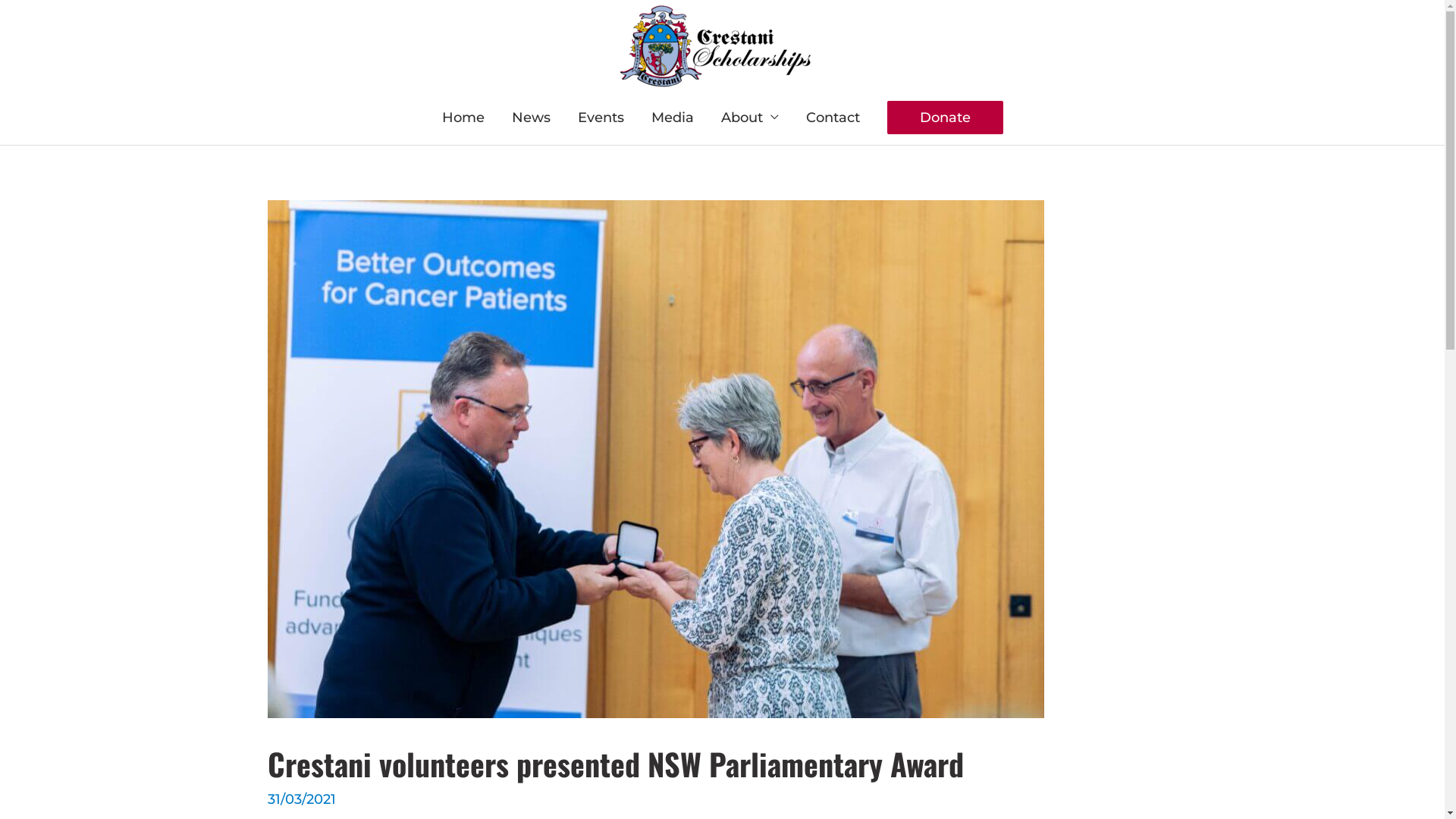 This screenshot has height=819, width=1456. Describe the element at coordinates (671, 116) in the screenshot. I see `'Media'` at that location.